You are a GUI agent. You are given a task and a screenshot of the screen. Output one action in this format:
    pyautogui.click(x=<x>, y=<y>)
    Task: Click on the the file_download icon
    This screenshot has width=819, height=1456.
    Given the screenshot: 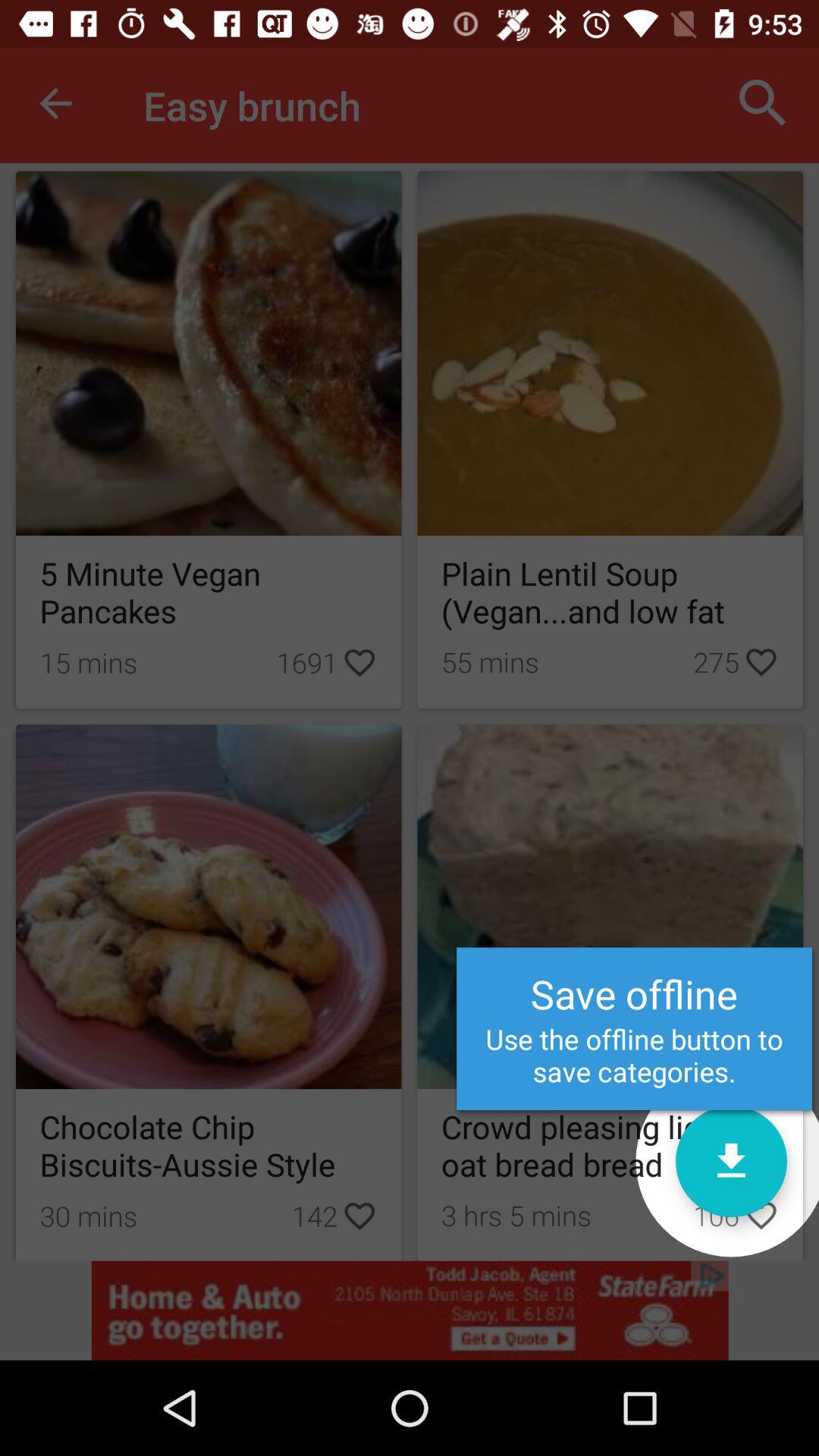 What is the action you would take?
    pyautogui.click(x=730, y=1160)
    